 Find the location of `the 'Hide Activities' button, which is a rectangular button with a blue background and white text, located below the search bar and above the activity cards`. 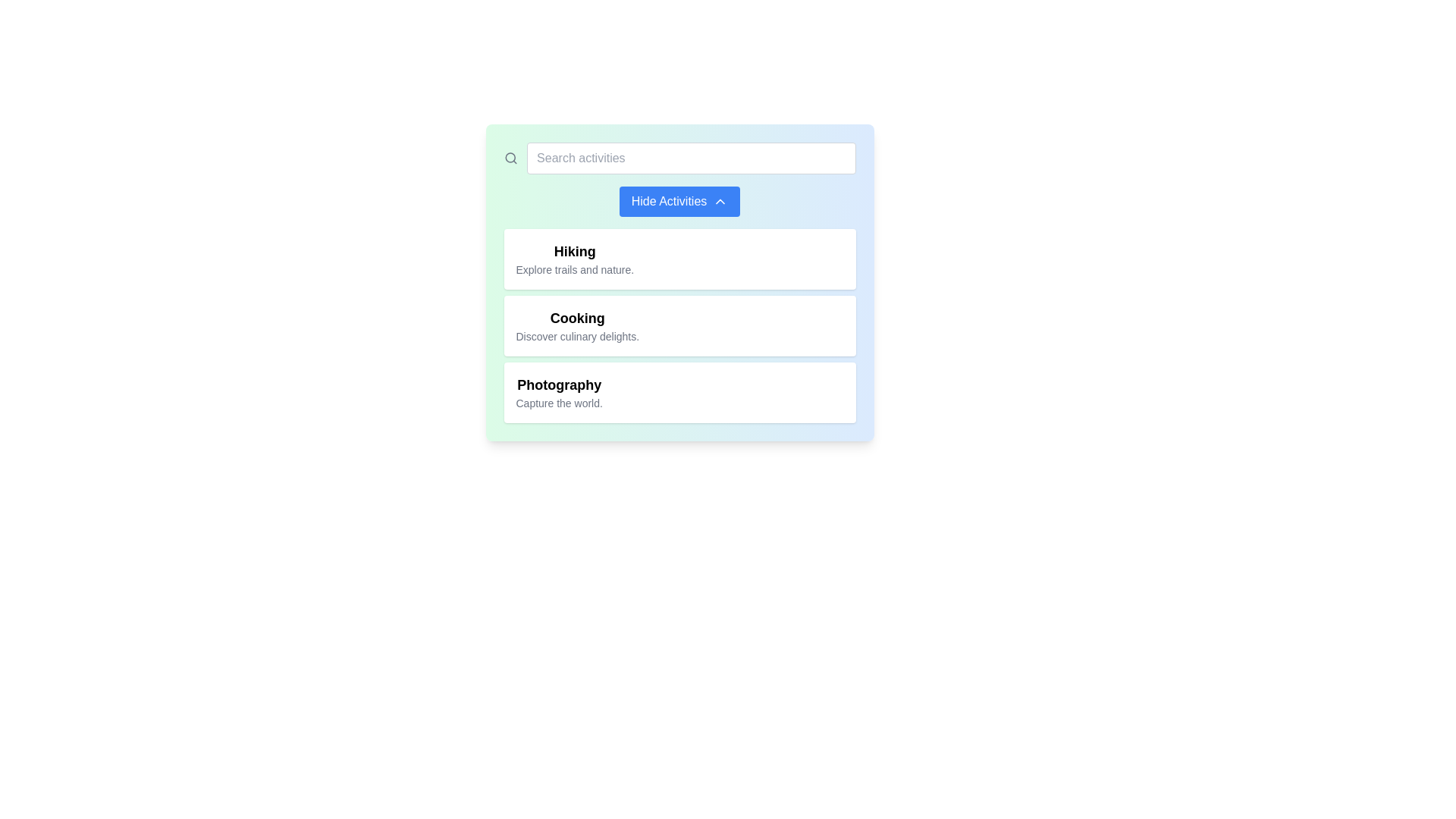

the 'Hide Activities' button, which is a rectangular button with a blue background and white text, located below the search bar and above the activity cards is located at coordinates (679, 201).